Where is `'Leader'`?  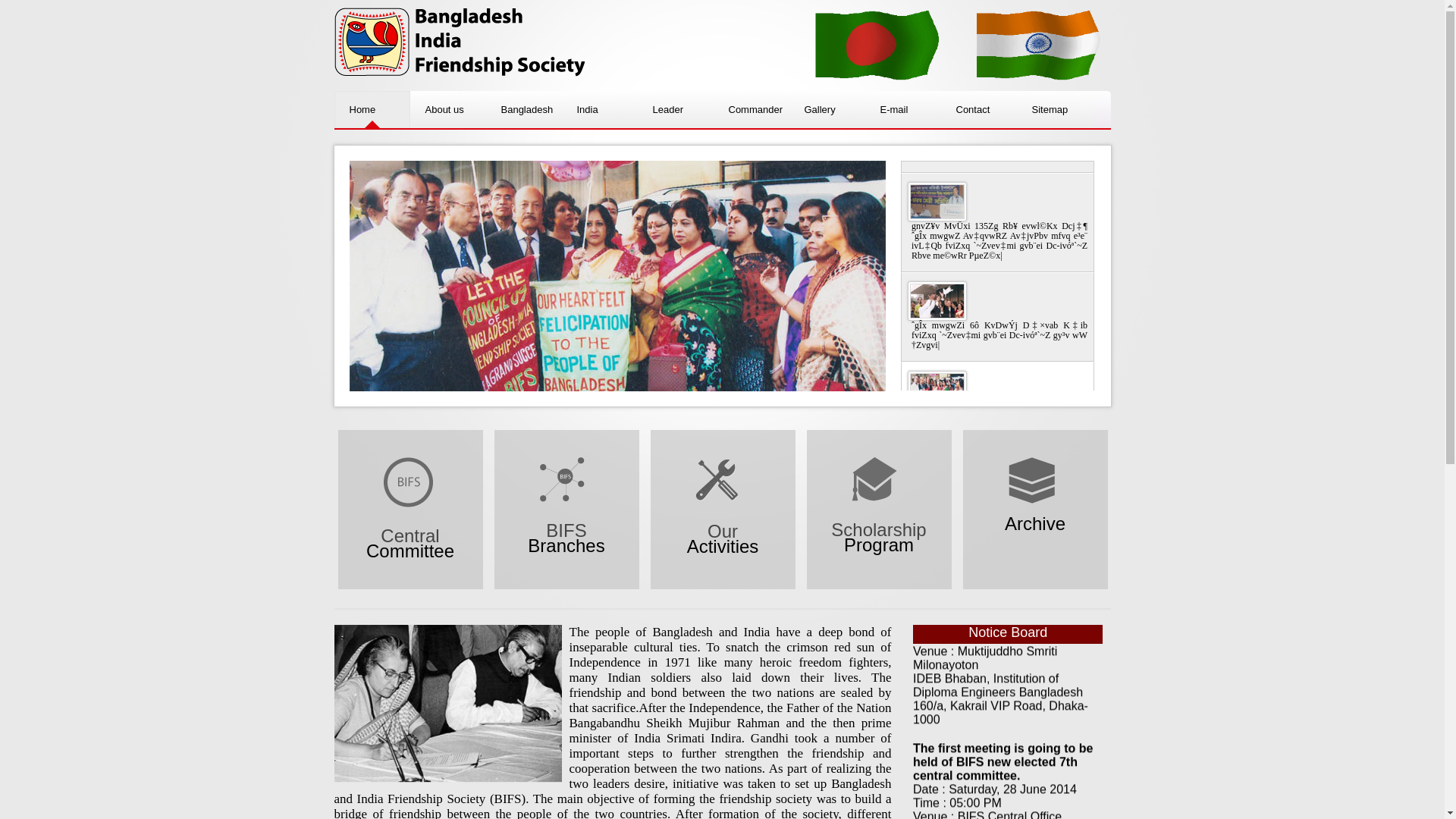 'Leader' is located at coordinates (673, 108).